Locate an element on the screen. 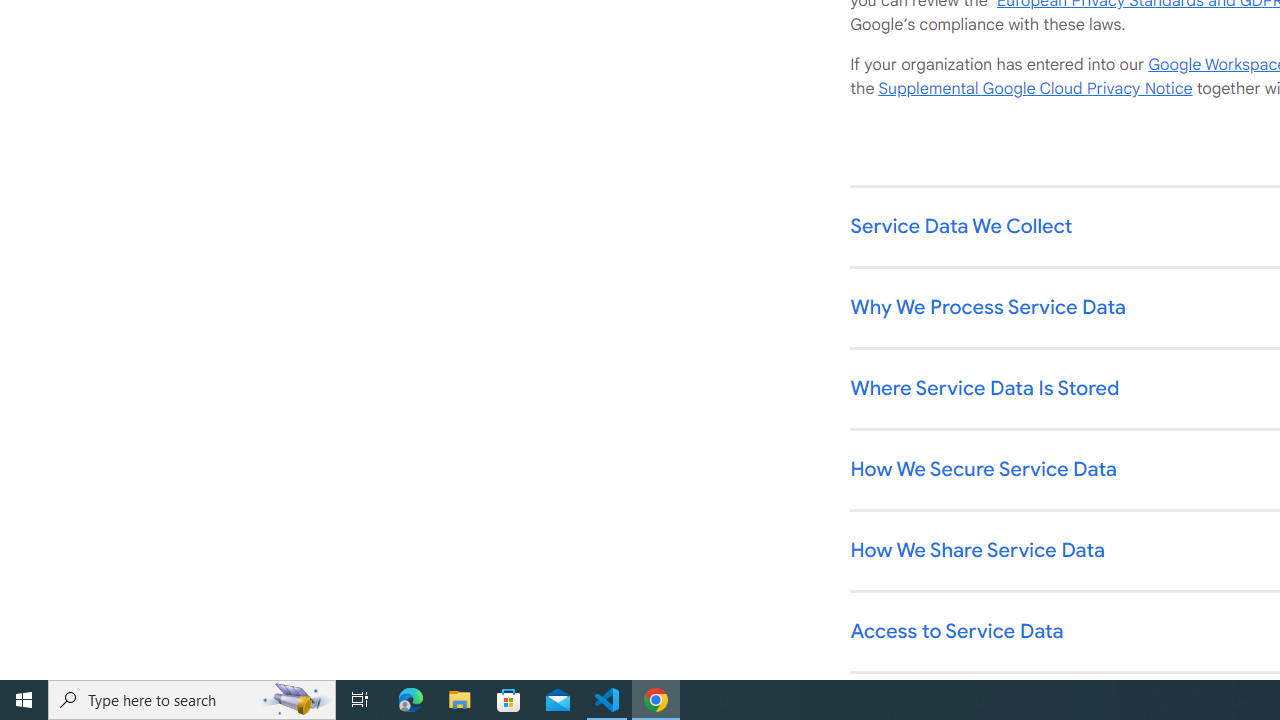 Image resolution: width=1280 pixels, height=720 pixels. 'Supplemental Google Cloud Privacy Notice' is located at coordinates (1035, 88).